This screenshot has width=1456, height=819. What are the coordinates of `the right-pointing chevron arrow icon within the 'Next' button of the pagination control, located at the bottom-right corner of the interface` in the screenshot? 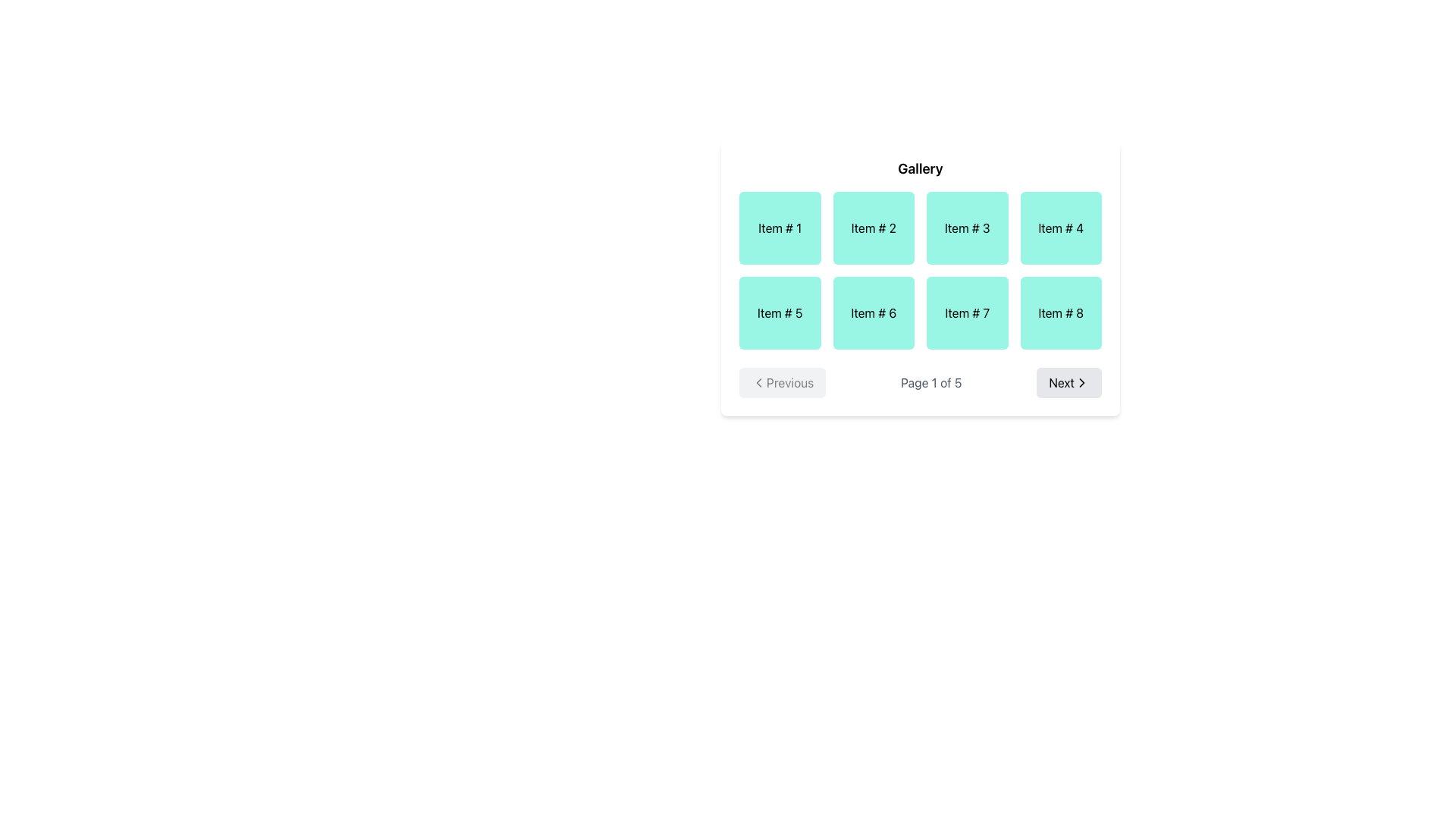 It's located at (1081, 382).